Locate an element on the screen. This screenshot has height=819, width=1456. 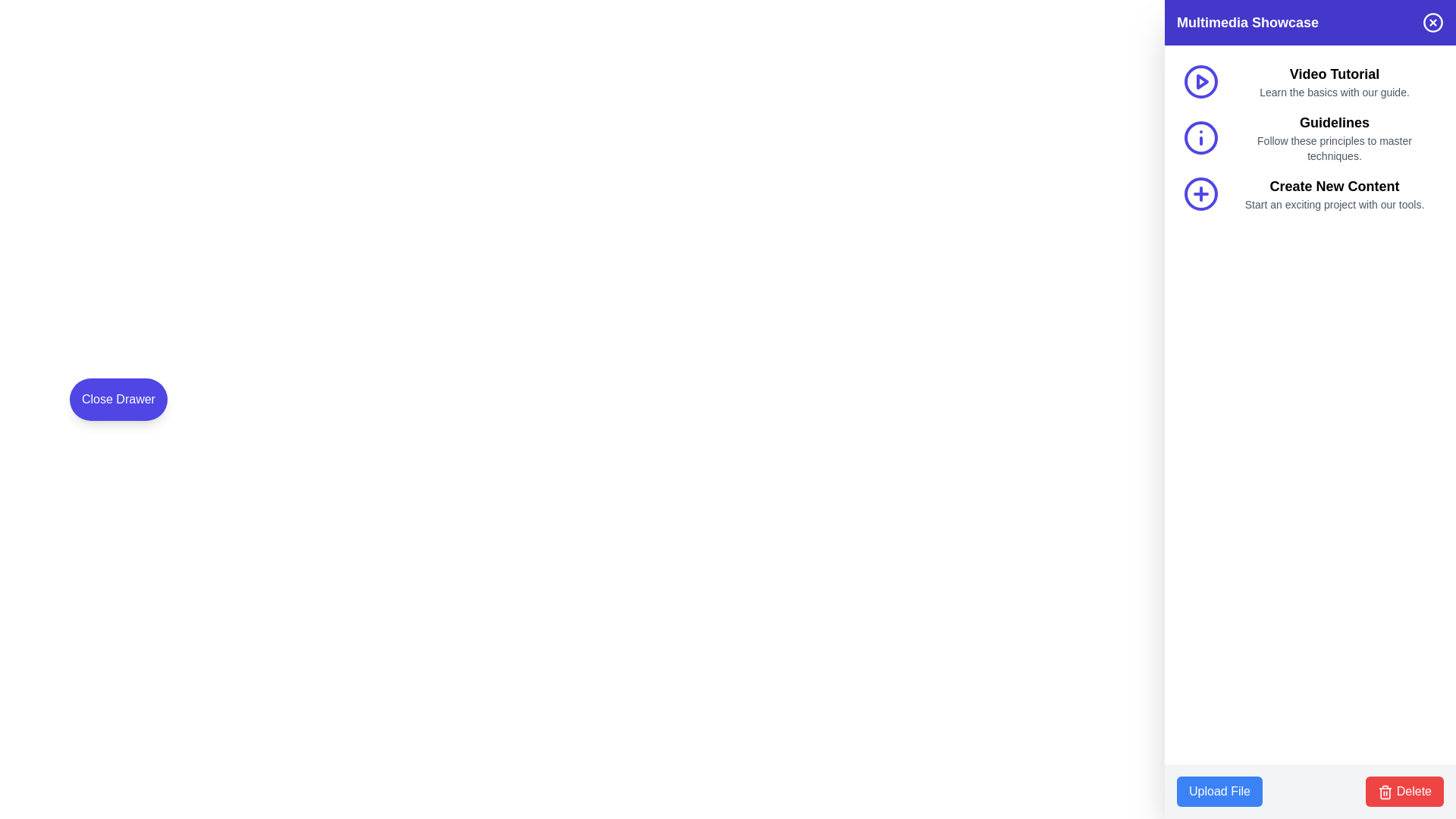
the circular play button icon, which is indigo colored and located at the top-left of the vertical layout of interactive items is located at coordinates (1200, 82).